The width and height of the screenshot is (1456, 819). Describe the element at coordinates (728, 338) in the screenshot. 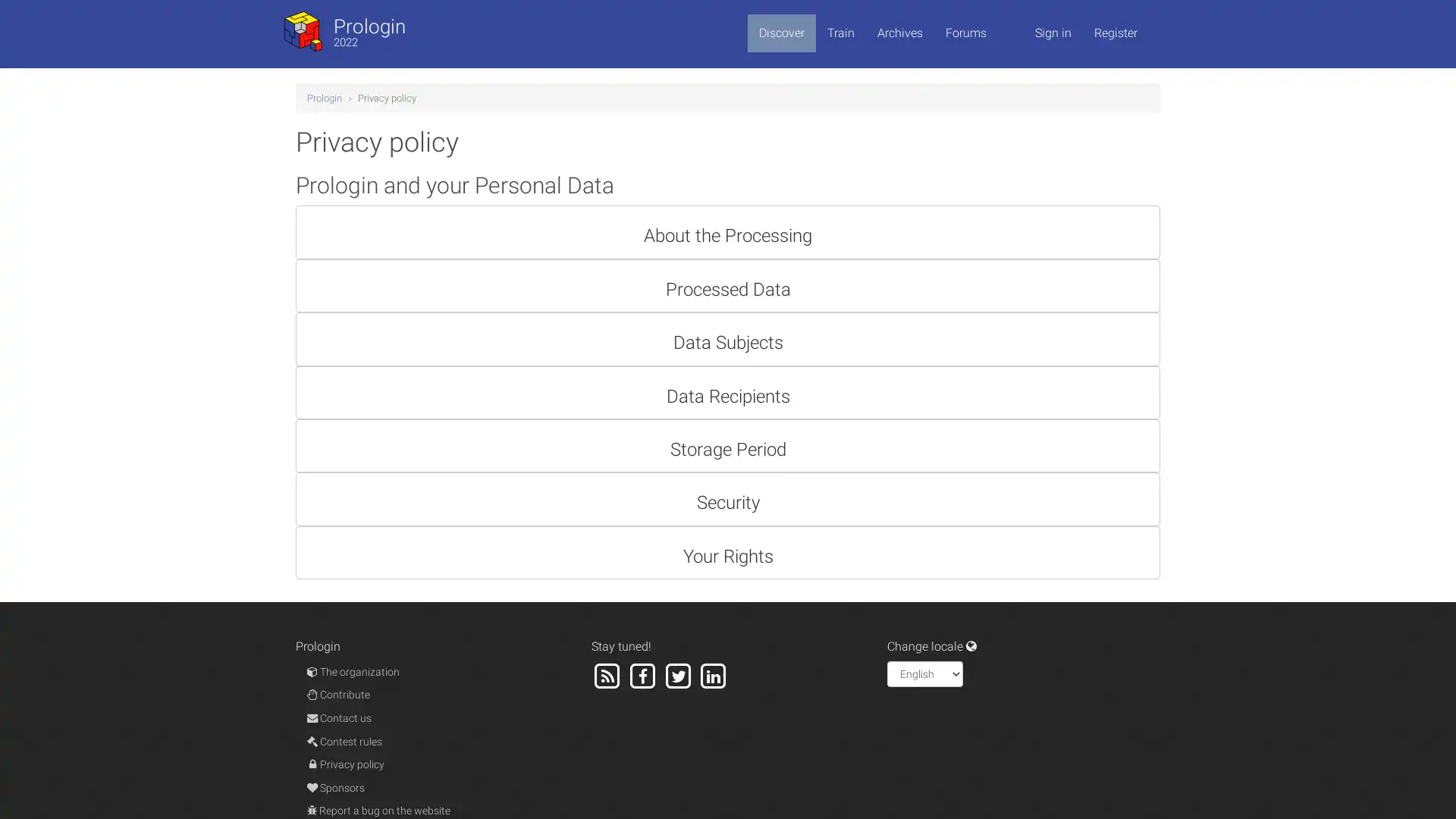

I see `Data Subjects` at that location.